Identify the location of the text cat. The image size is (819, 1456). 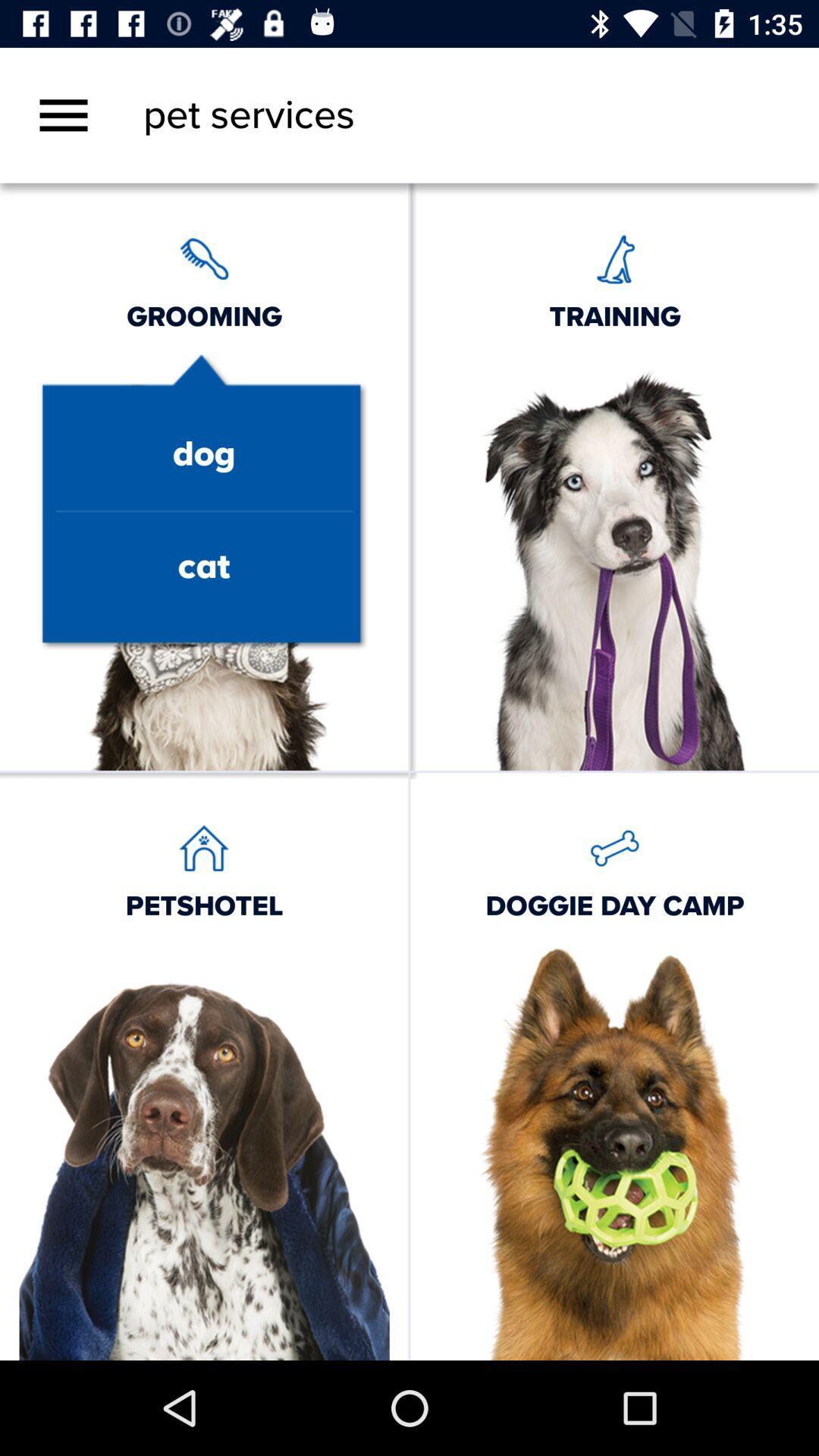
(203, 566).